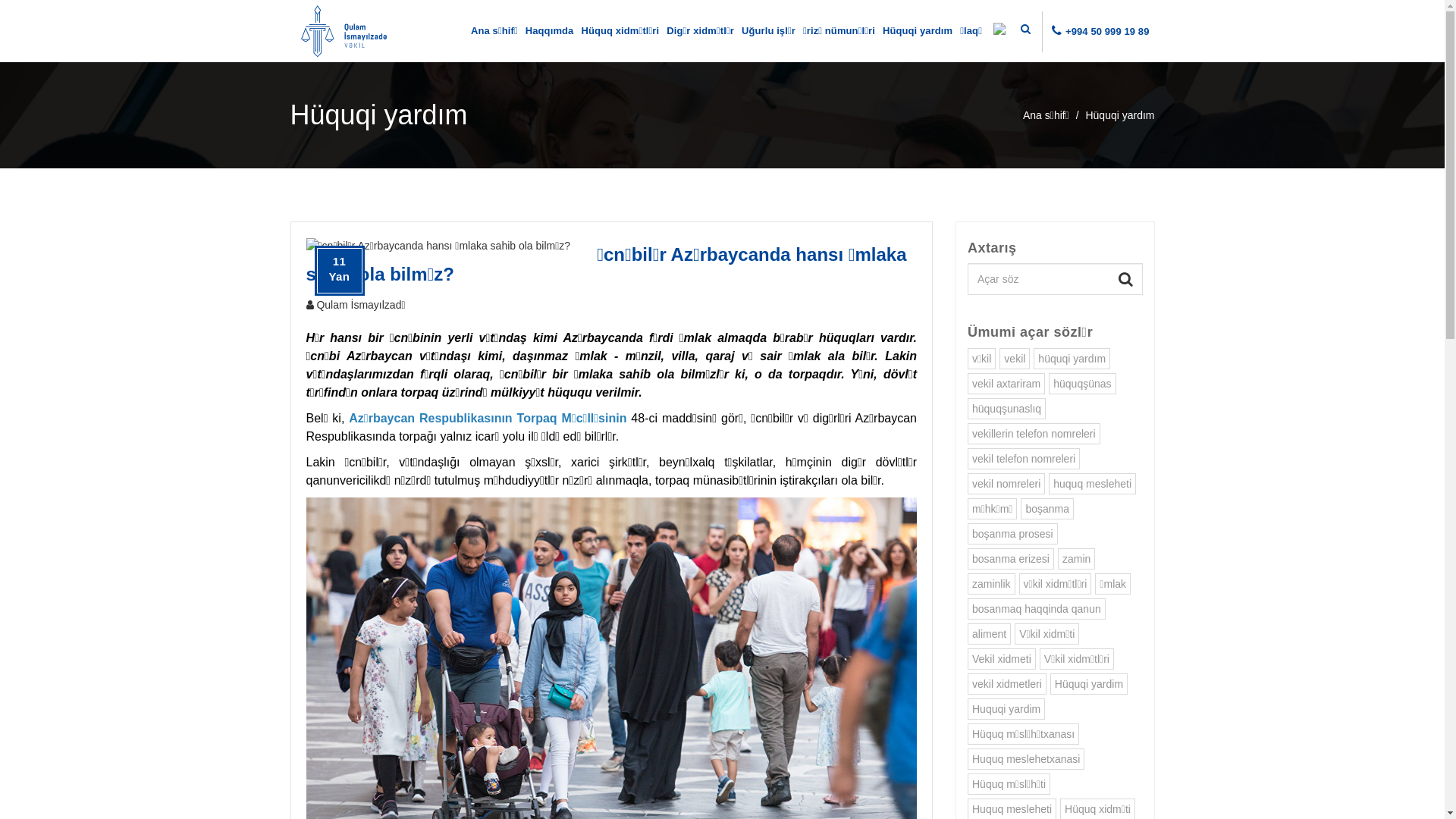 The width and height of the screenshot is (1456, 819). What do you see at coordinates (1001, 657) in the screenshot?
I see `'Vekil xidmeti'` at bounding box center [1001, 657].